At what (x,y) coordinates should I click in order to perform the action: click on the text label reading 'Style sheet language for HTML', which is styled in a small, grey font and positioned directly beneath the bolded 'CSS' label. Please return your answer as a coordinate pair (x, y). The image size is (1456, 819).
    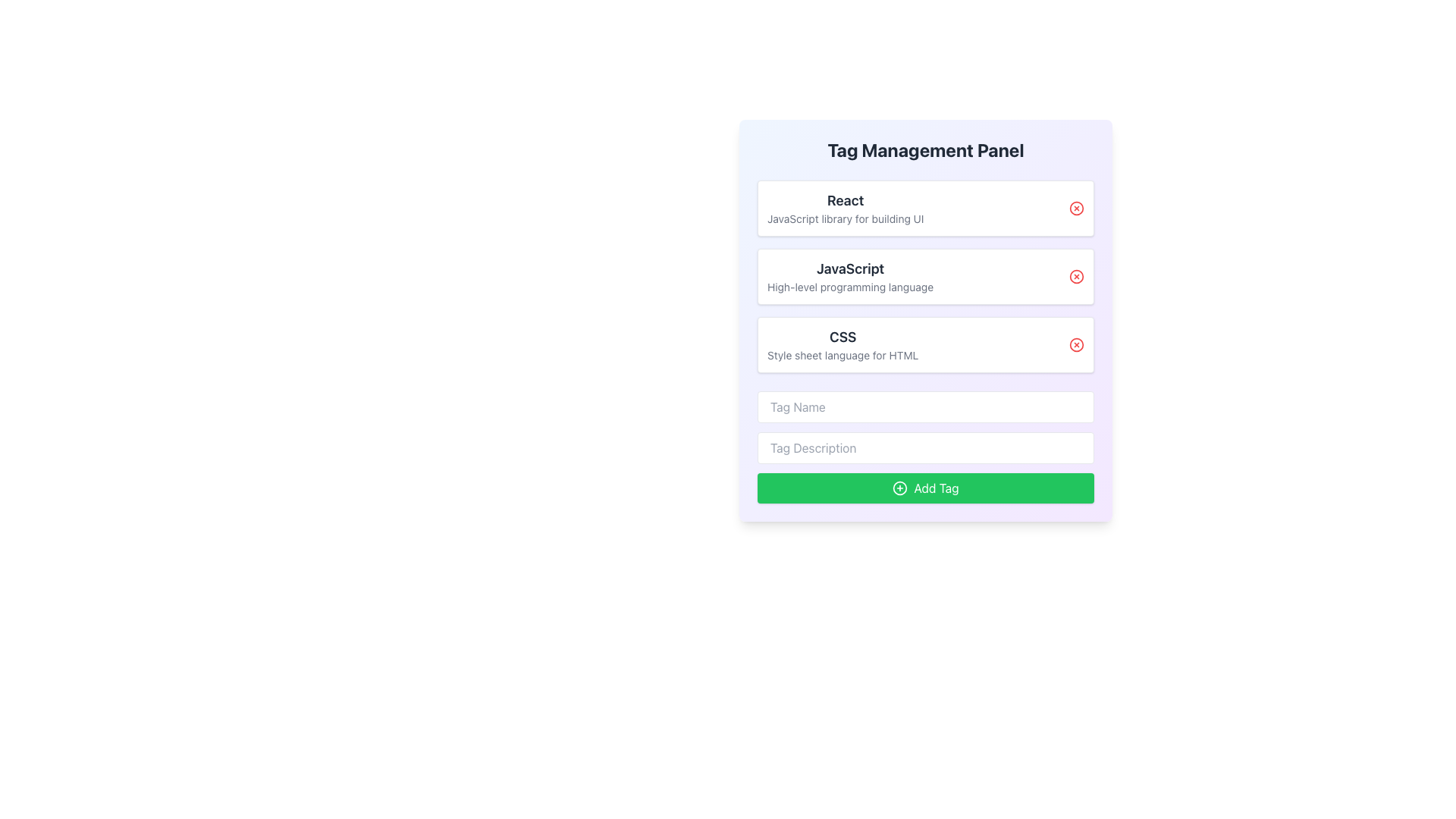
    Looking at the image, I should click on (842, 356).